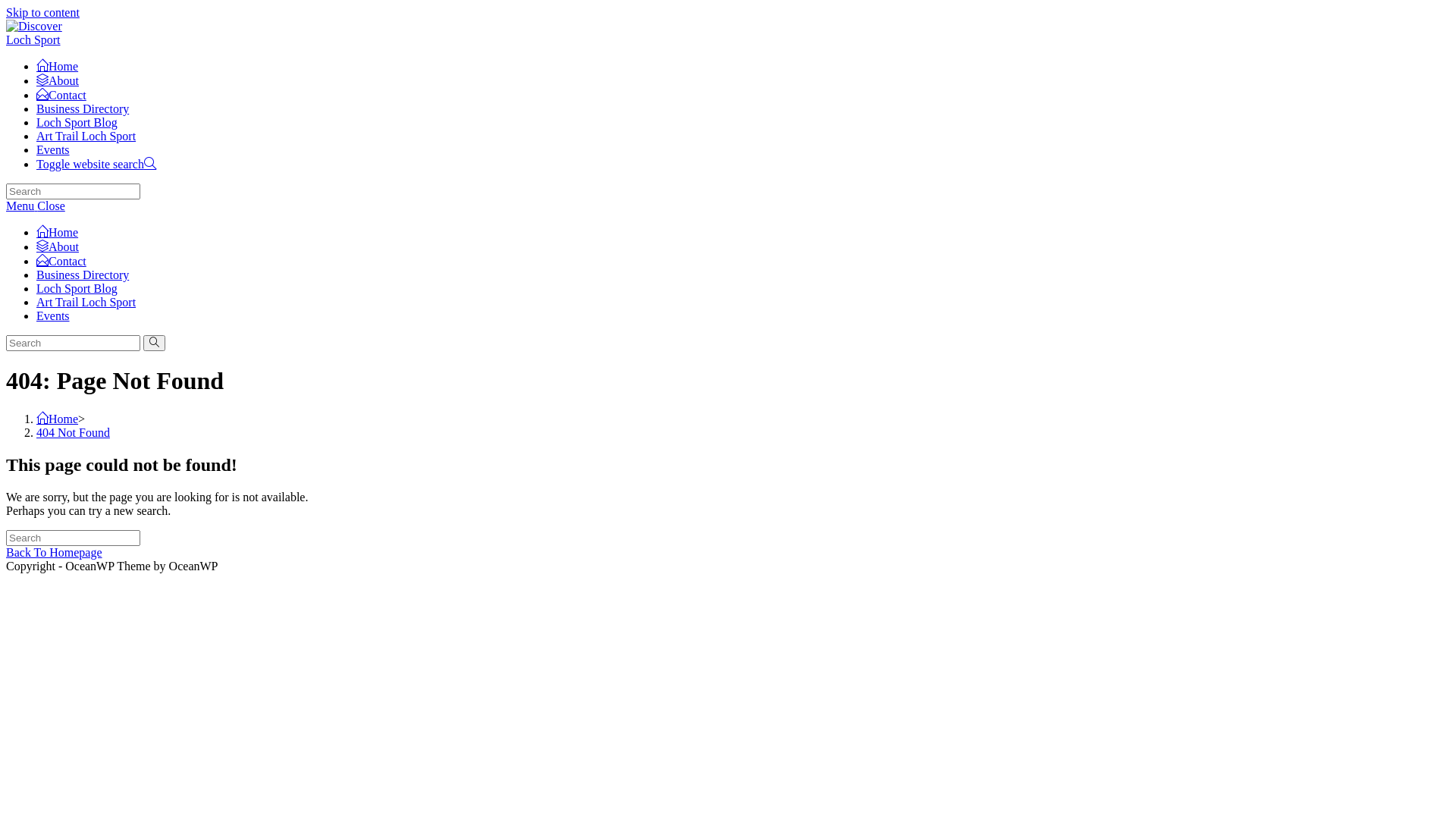  I want to click on 'Events', so click(53, 315).